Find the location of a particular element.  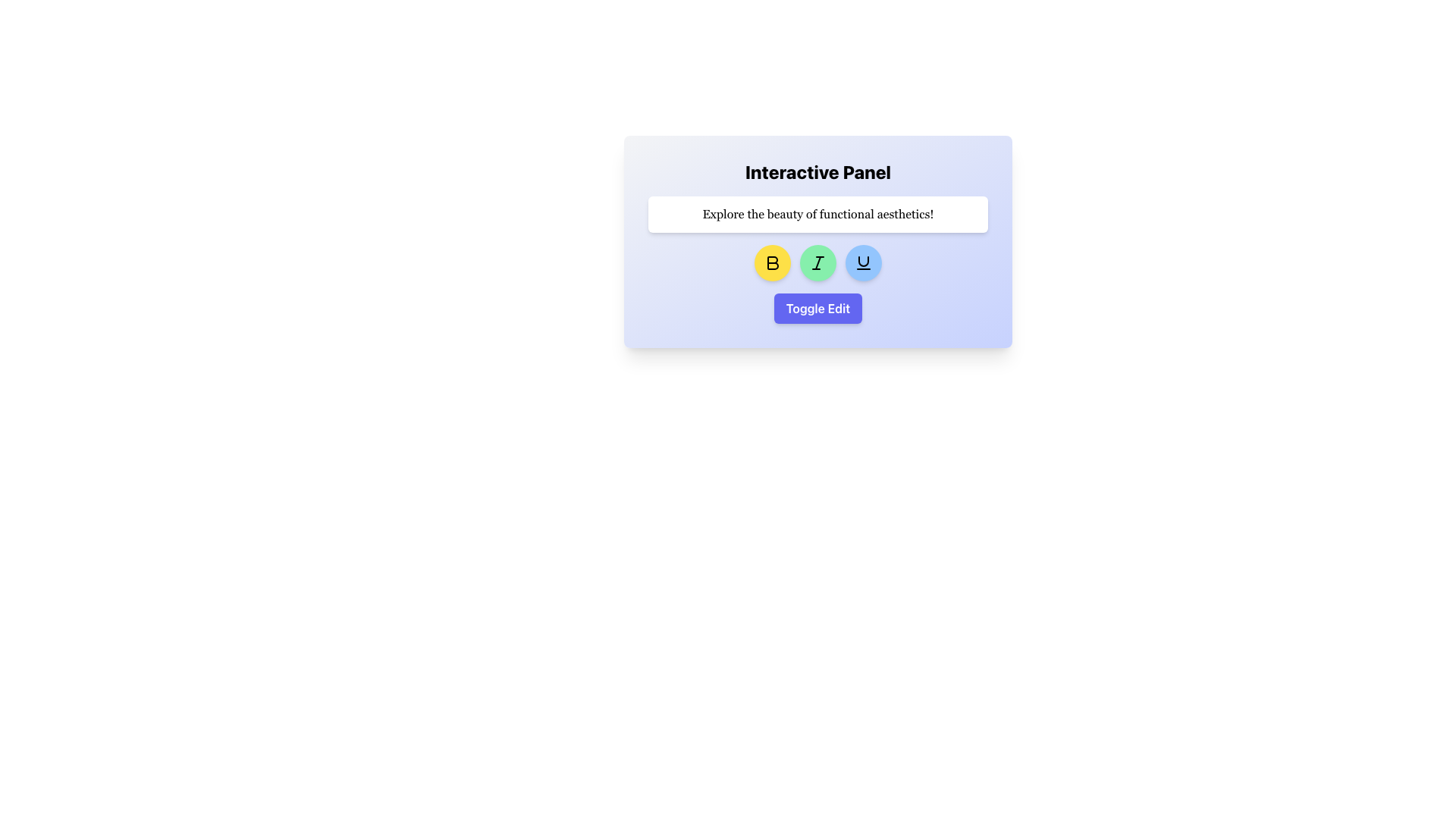

the interactive button with an italicized 'I' character displayed within a green circle to apply italic style is located at coordinates (817, 241).